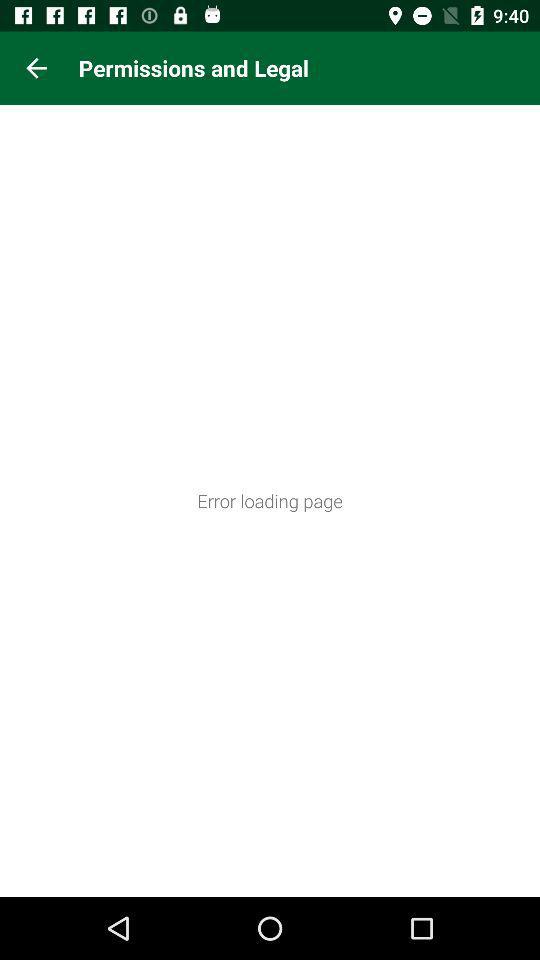 The height and width of the screenshot is (960, 540). I want to click on the icon next to the permissions and legal, so click(36, 68).